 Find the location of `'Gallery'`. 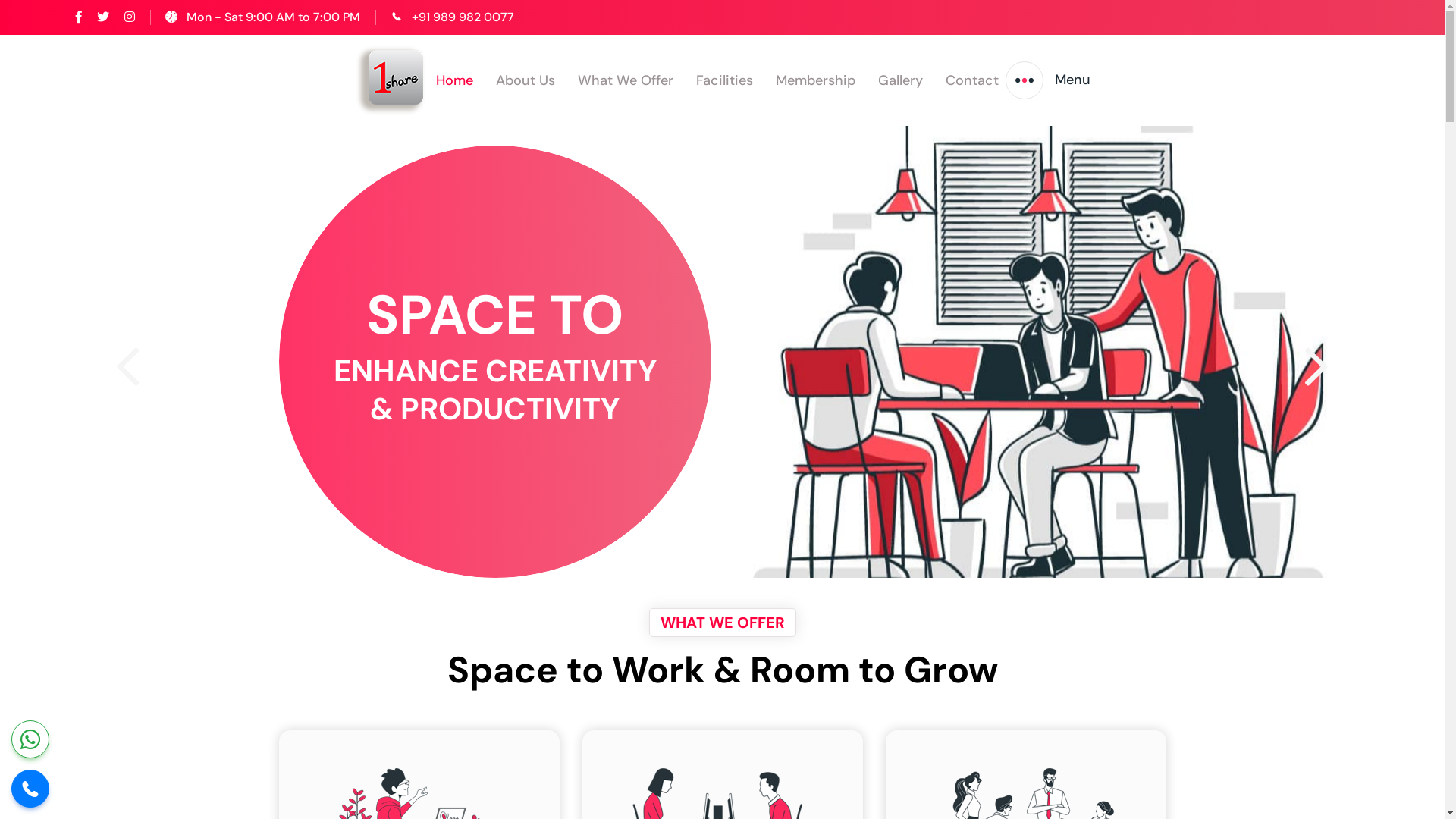

'Gallery' is located at coordinates (900, 80).